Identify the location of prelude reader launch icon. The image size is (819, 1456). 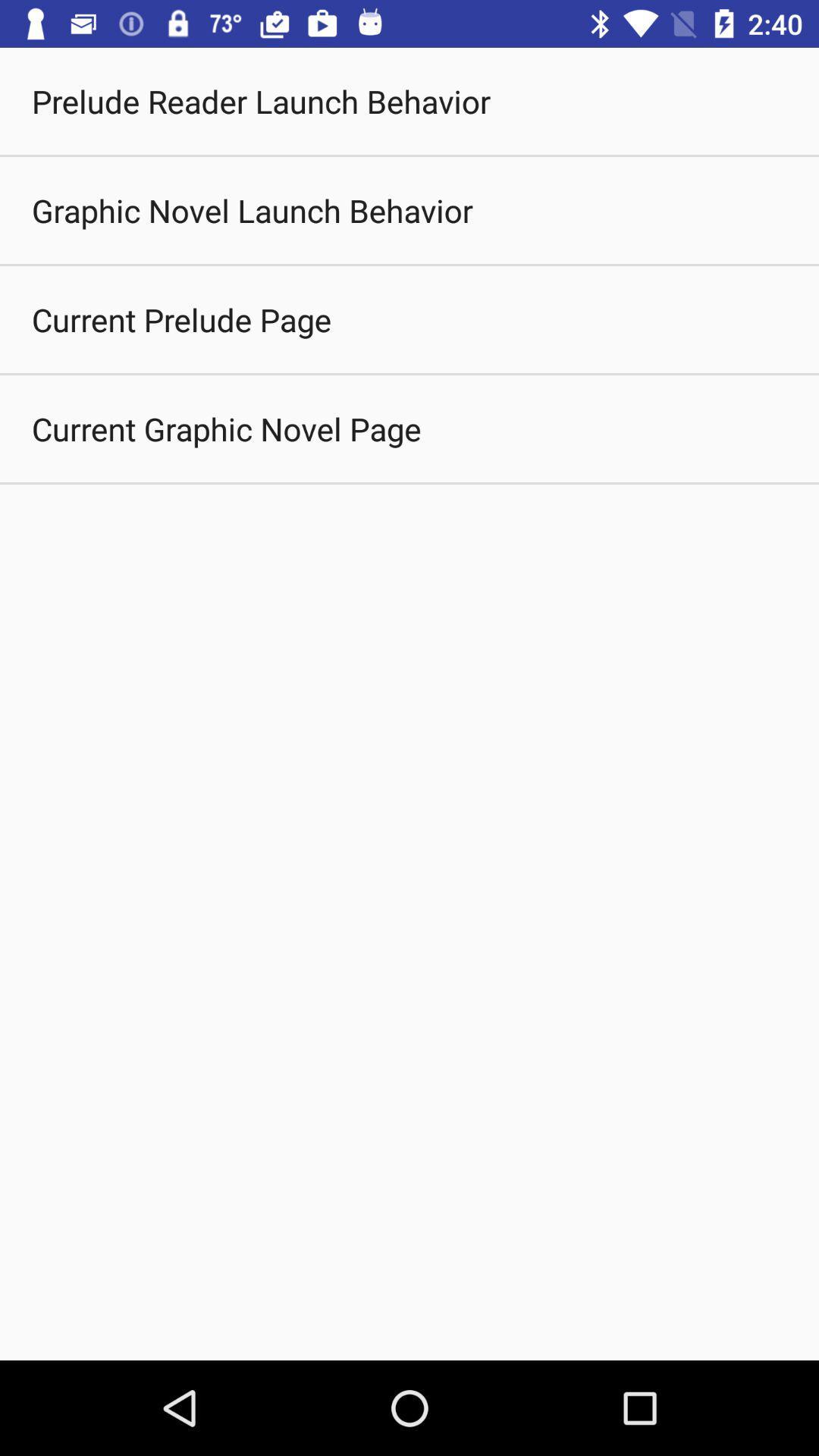
(260, 100).